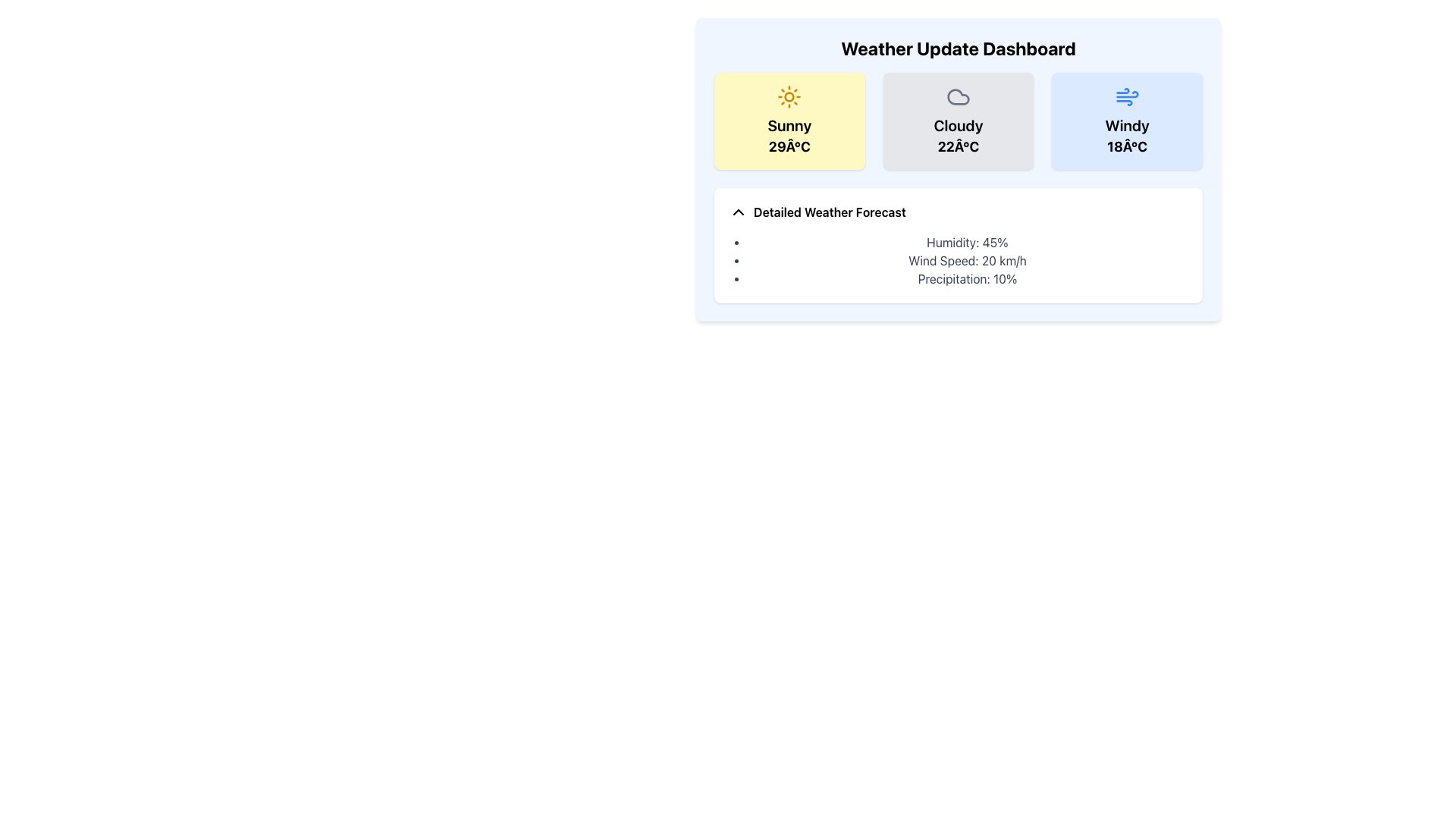  I want to click on the Upward Chevron Icon located at the leftmost side of the 'Detailed Weather Forecast' section, so click(739, 212).